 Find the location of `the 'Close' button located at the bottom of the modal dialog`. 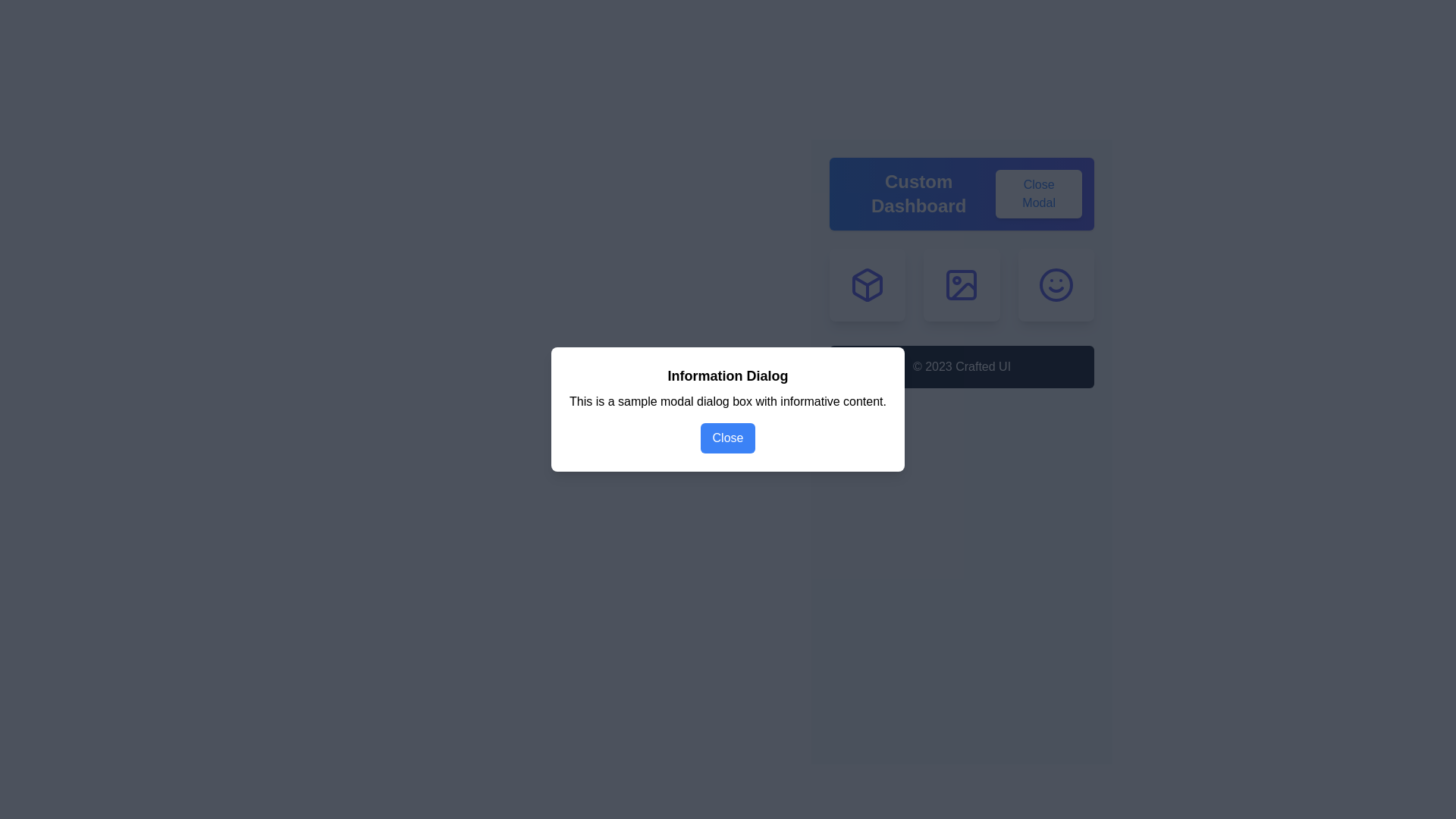

the 'Close' button located at the bottom of the modal dialog is located at coordinates (728, 438).